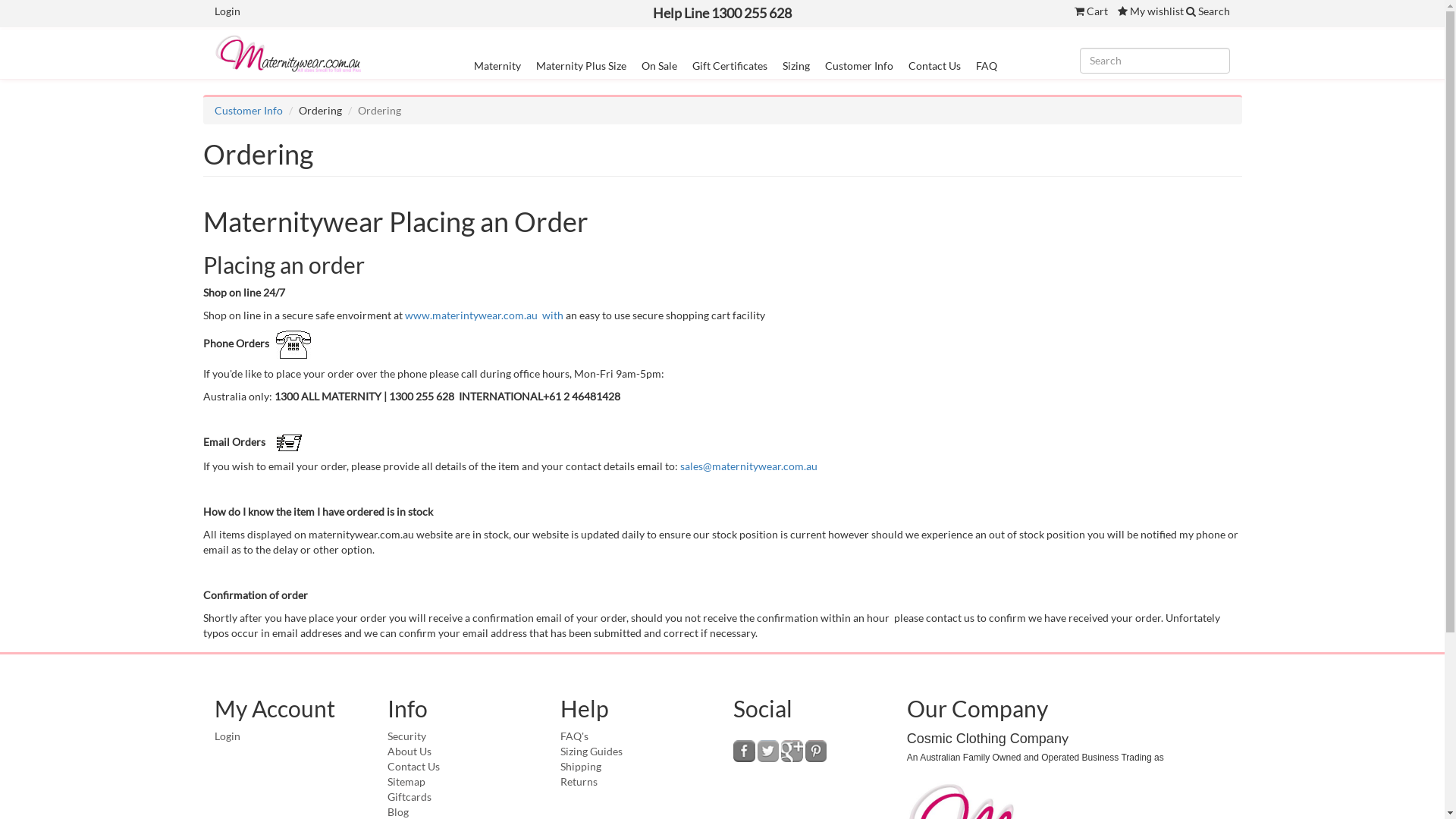 This screenshot has width=1456, height=819. Describe the element at coordinates (791, 751) in the screenshot. I see `'Google Plus'` at that location.